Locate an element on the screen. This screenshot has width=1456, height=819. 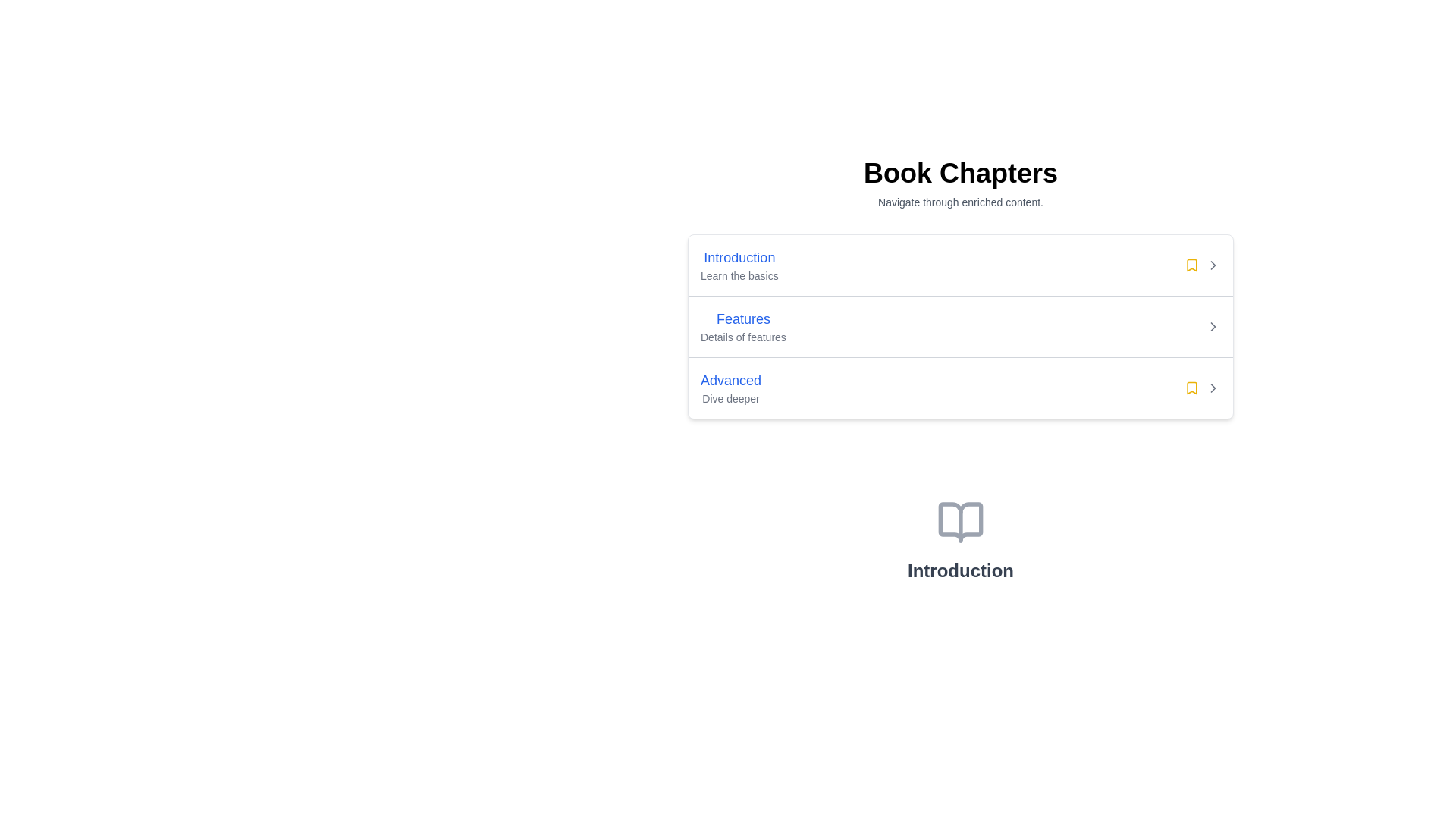
the text heading section titled 'Book Chapters' which includes the subtitle 'Navigate through enriched content.' is located at coordinates (960, 184).